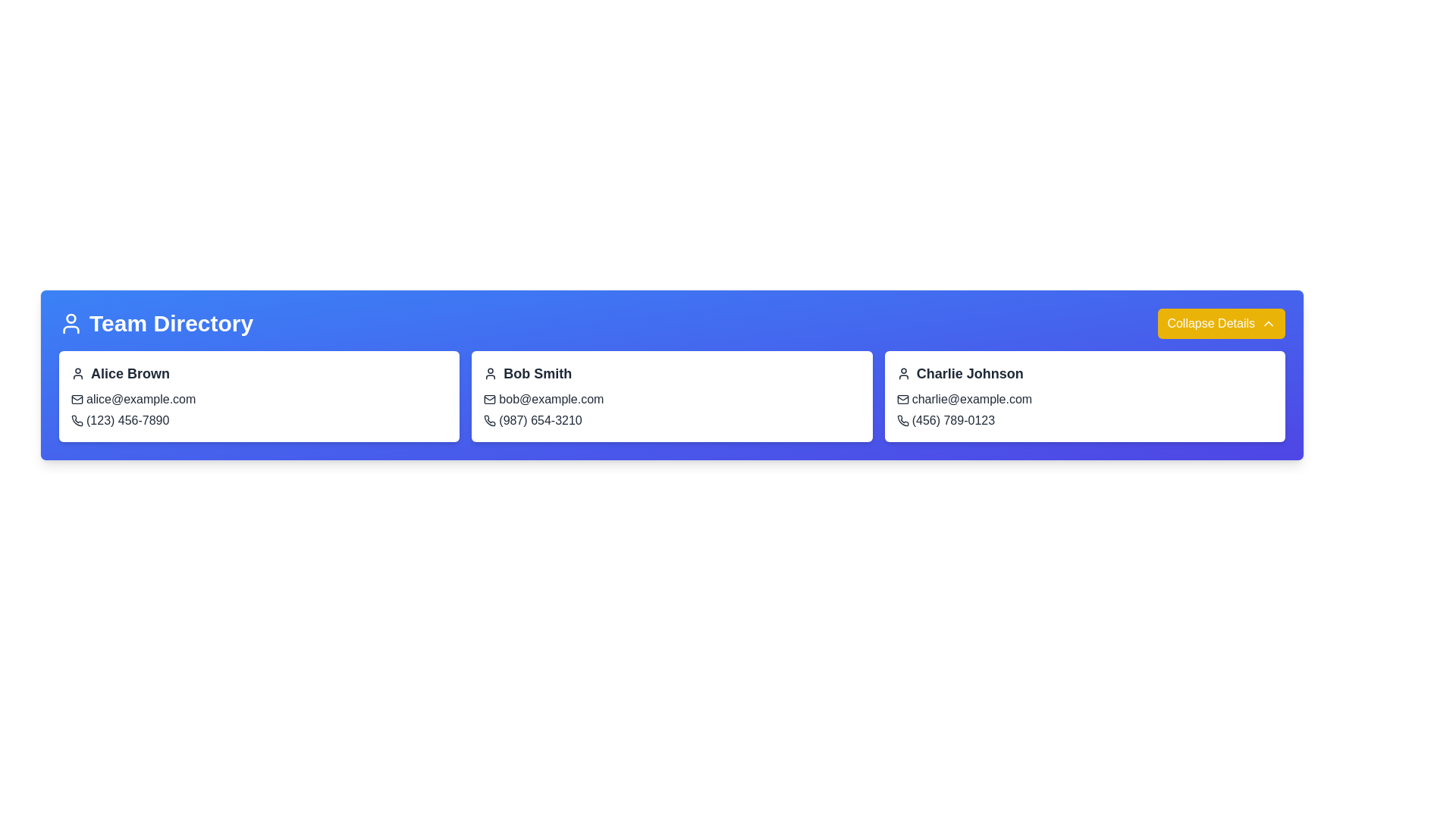  I want to click on the phone number indicator element displaying the phone number for 'Bob Smith', located in the second column of the team directory layout, so click(533, 421).